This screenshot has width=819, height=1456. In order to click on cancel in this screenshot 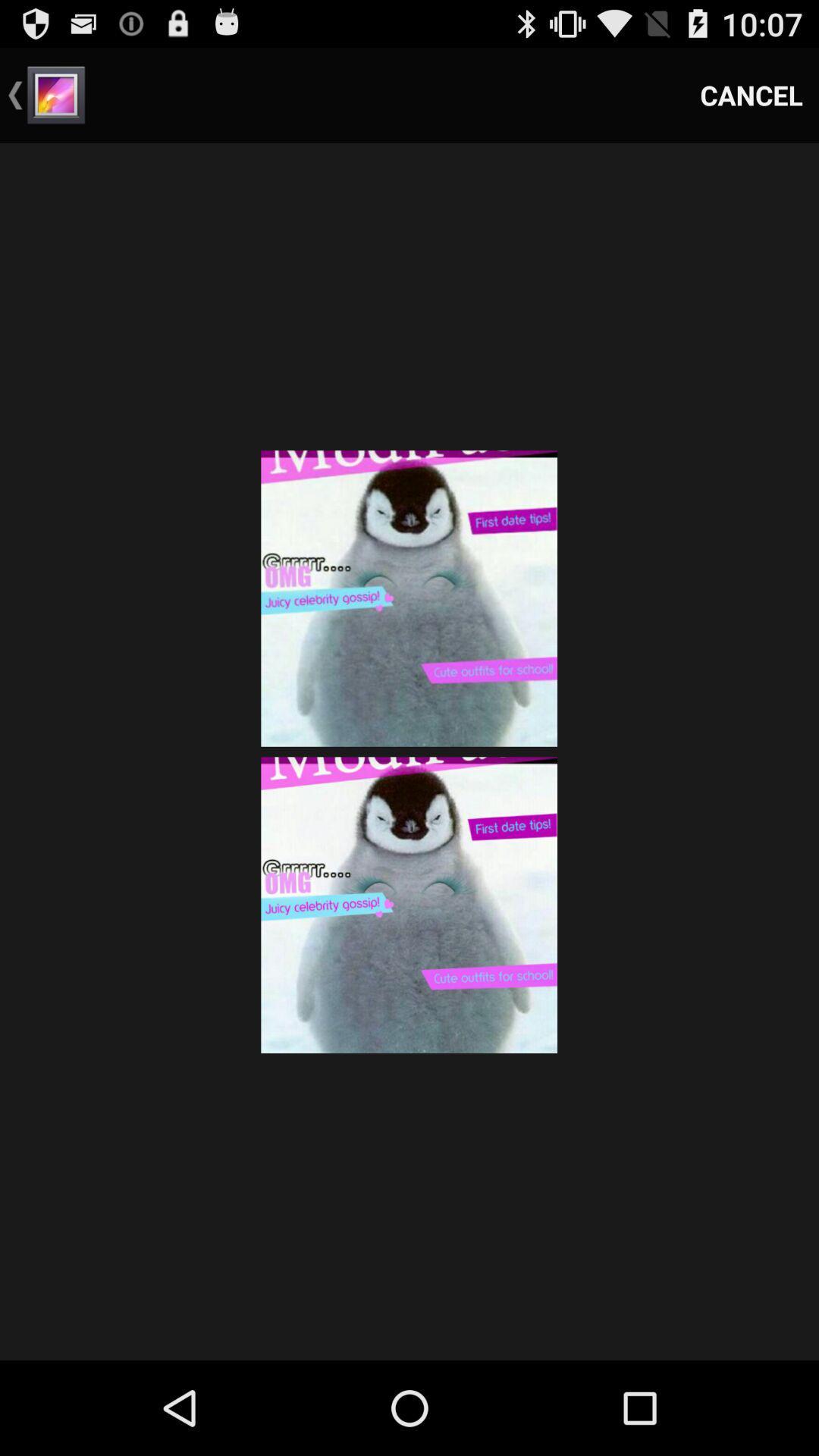, I will do `click(752, 94)`.